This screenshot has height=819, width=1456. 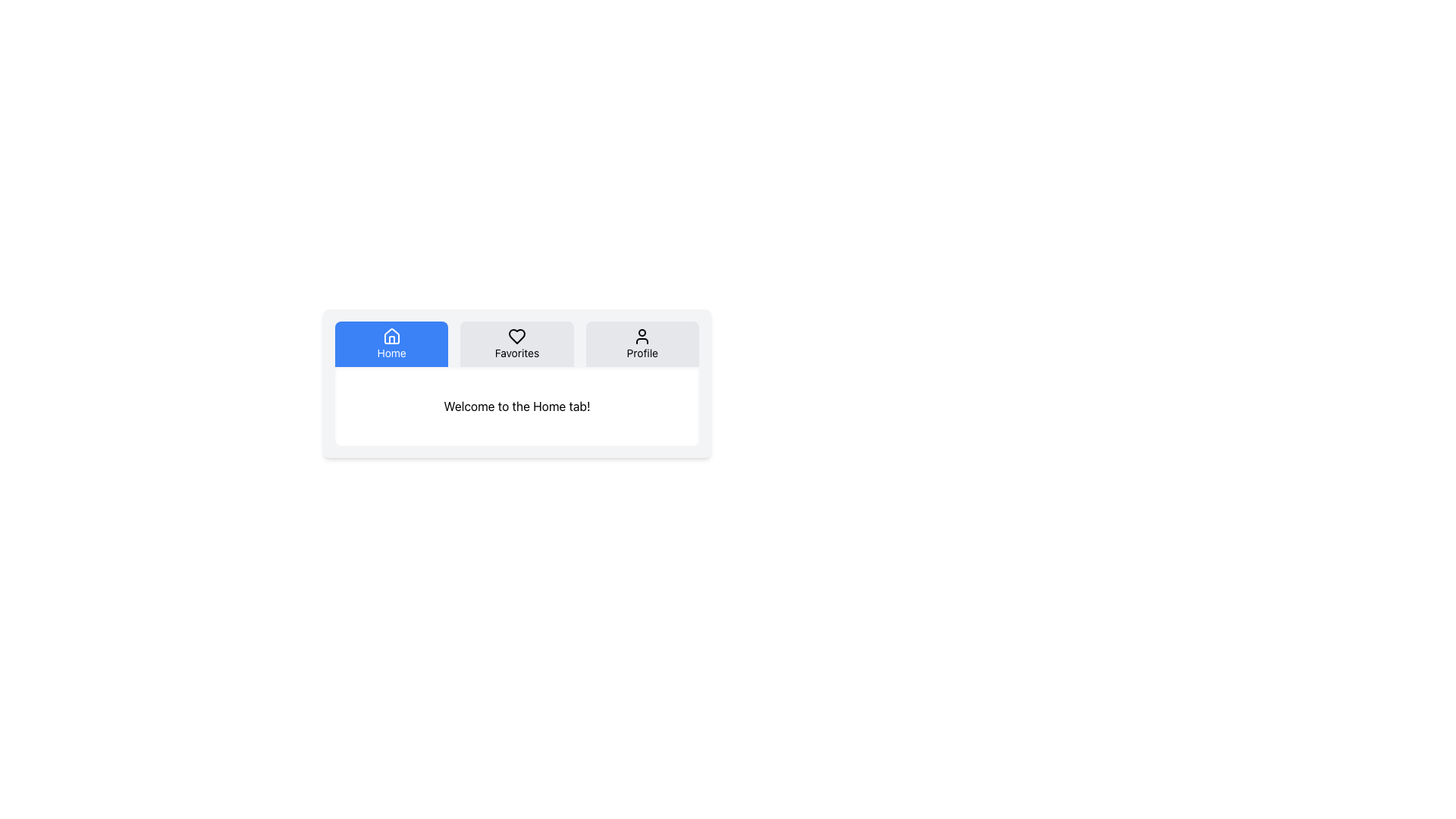 What do you see at coordinates (516, 335) in the screenshot?
I see `the heart icon representing the 'Favorites' section in the navigation bar, located between 'Home' and 'Profile'` at bounding box center [516, 335].